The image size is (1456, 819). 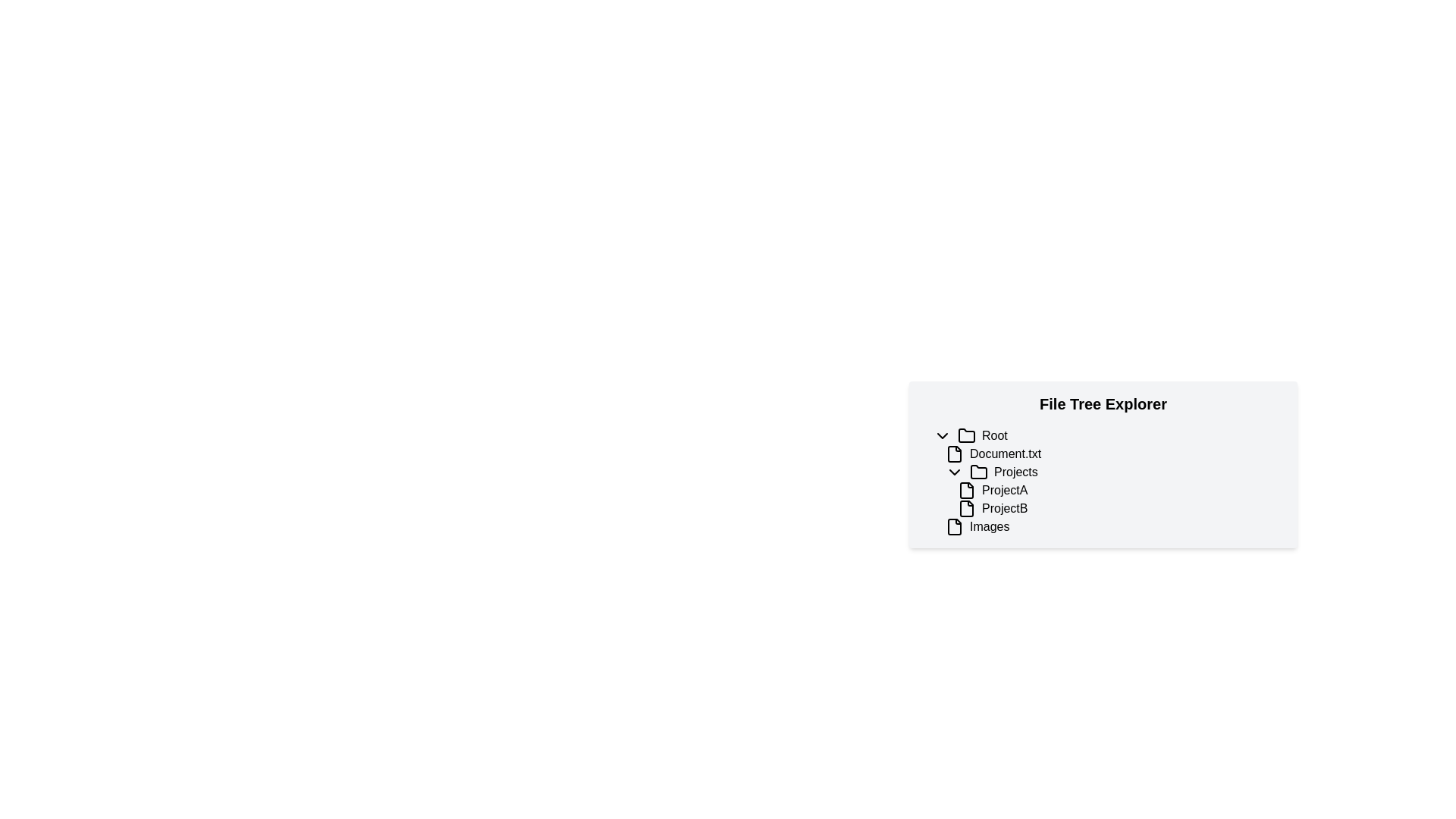 I want to click on the folder label indicating the name of the root directory, so click(x=994, y=435).